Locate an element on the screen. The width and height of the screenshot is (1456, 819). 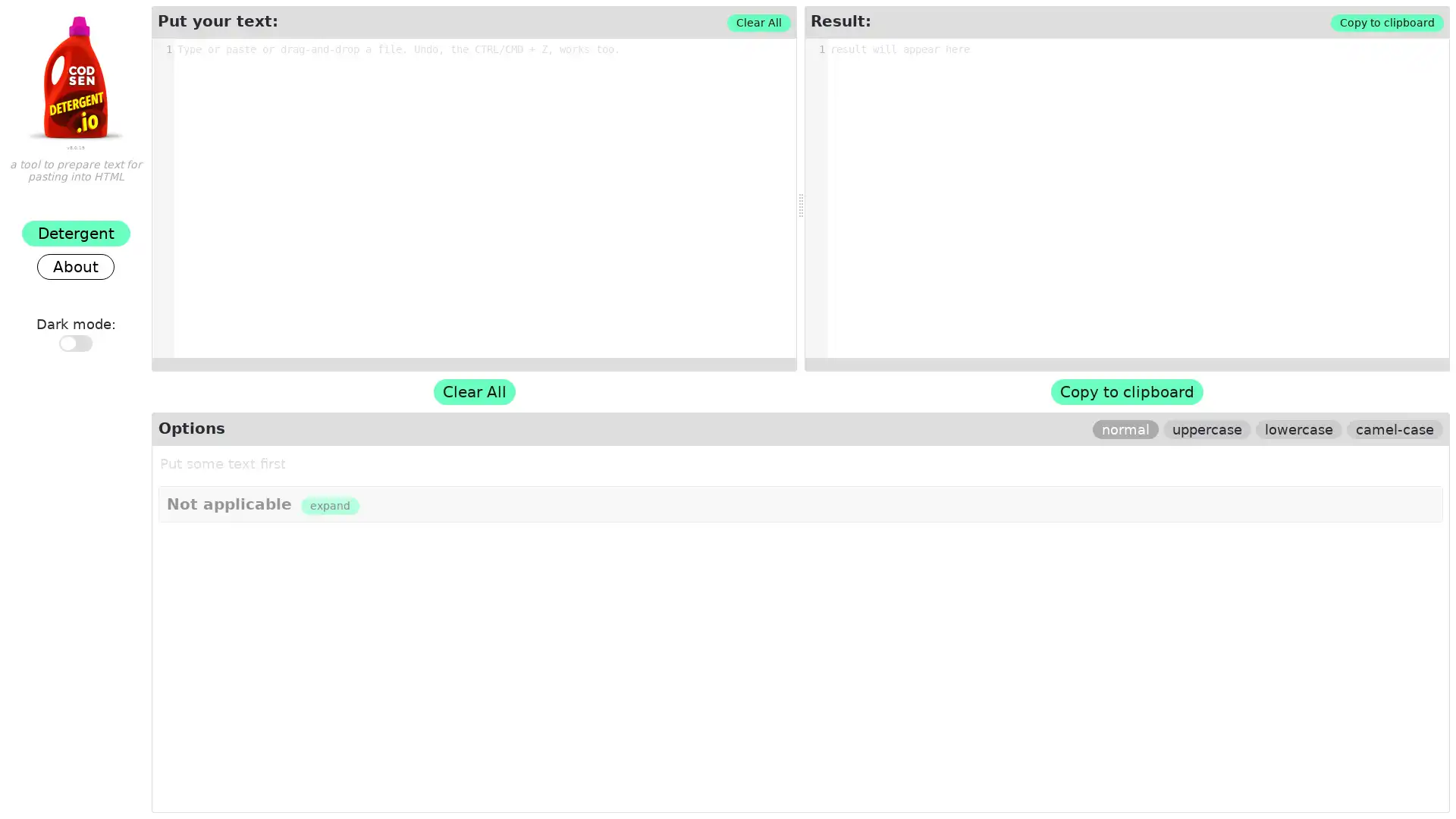
Copy to clipboard is located at coordinates (1127, 391).